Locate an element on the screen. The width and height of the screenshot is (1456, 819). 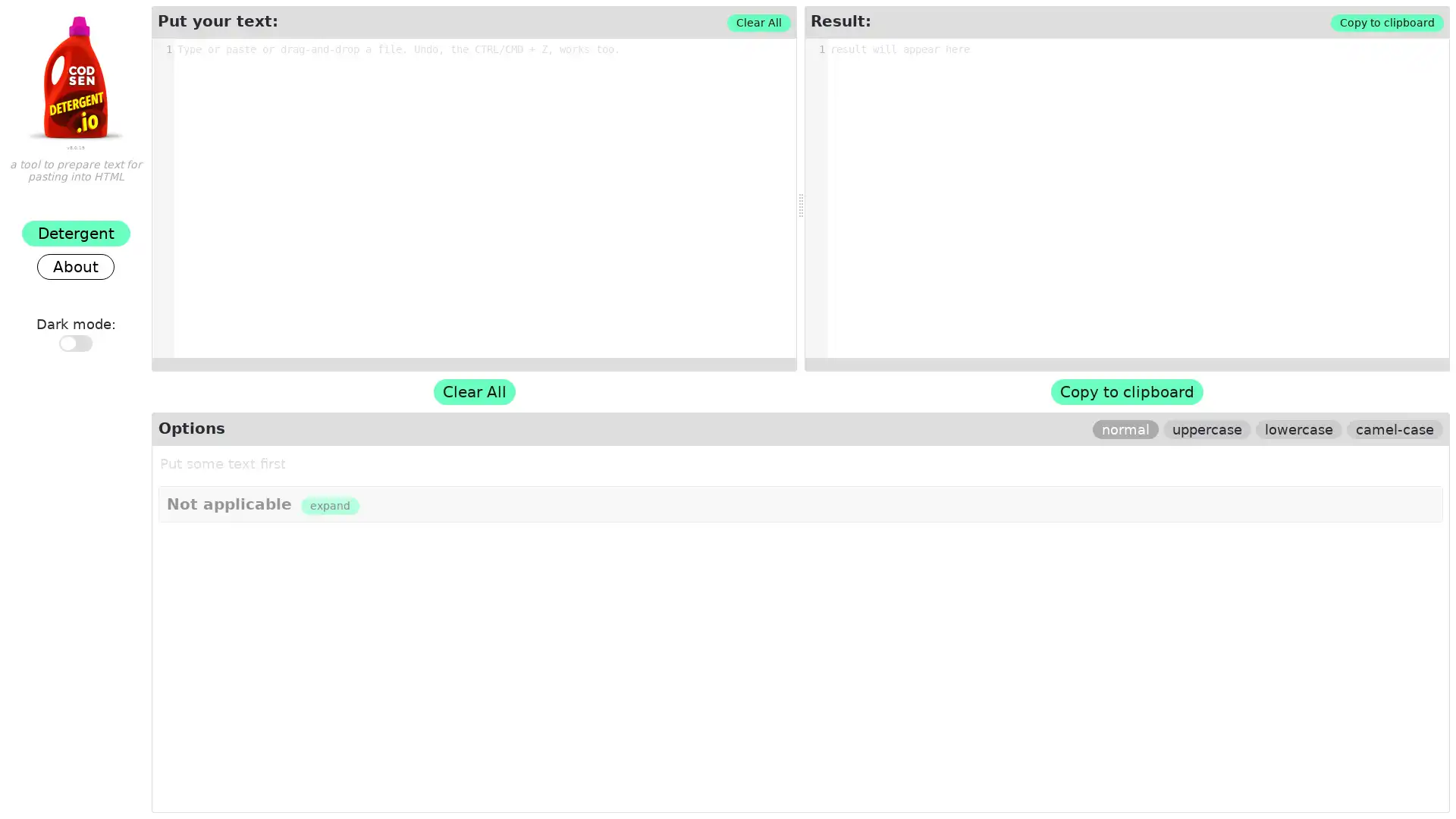
Copy to clipboard is located at coordinates (1127, 391).